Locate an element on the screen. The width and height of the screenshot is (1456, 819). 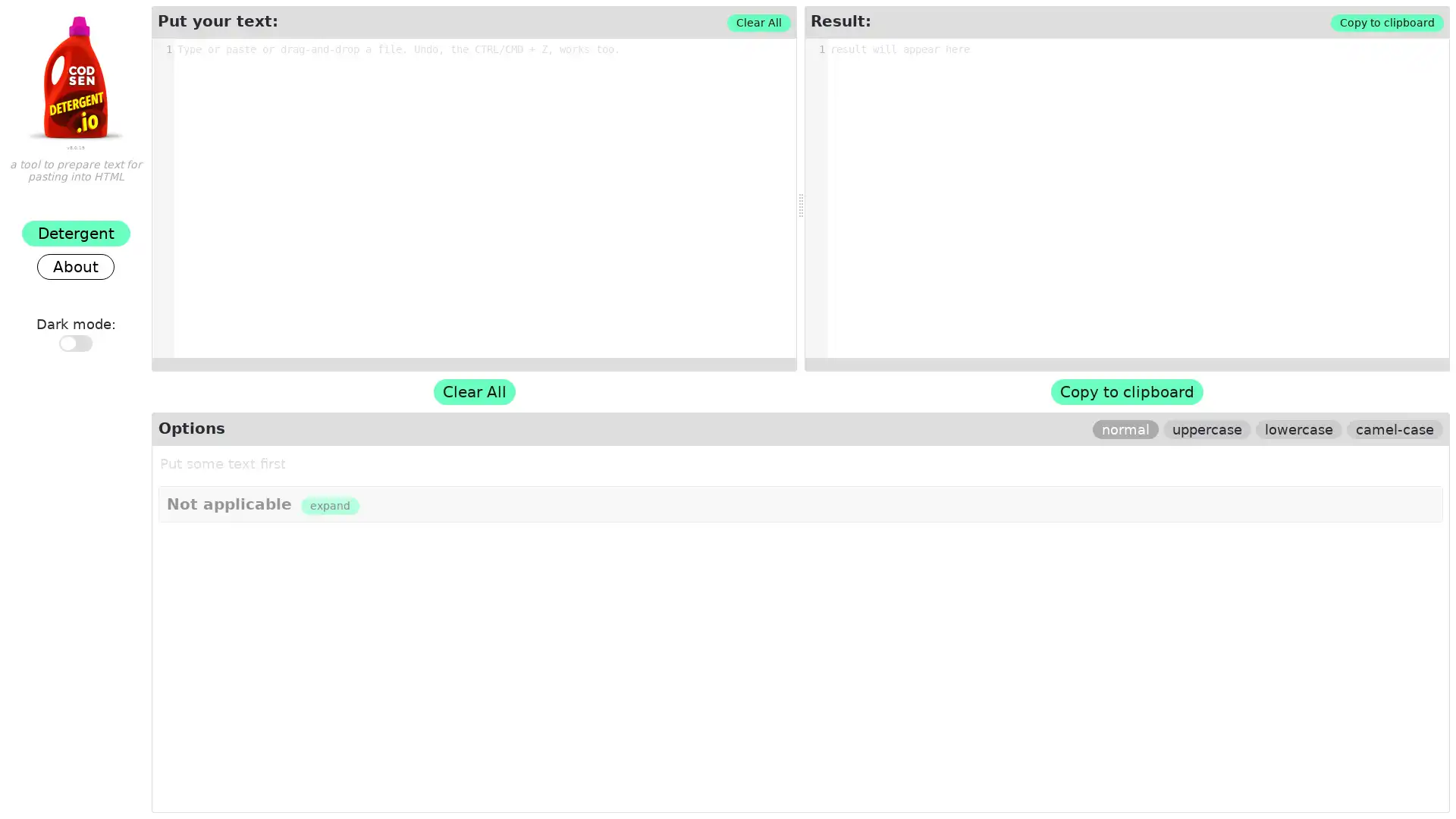
Copy to clipboard is located at coordinates (1127, 391).